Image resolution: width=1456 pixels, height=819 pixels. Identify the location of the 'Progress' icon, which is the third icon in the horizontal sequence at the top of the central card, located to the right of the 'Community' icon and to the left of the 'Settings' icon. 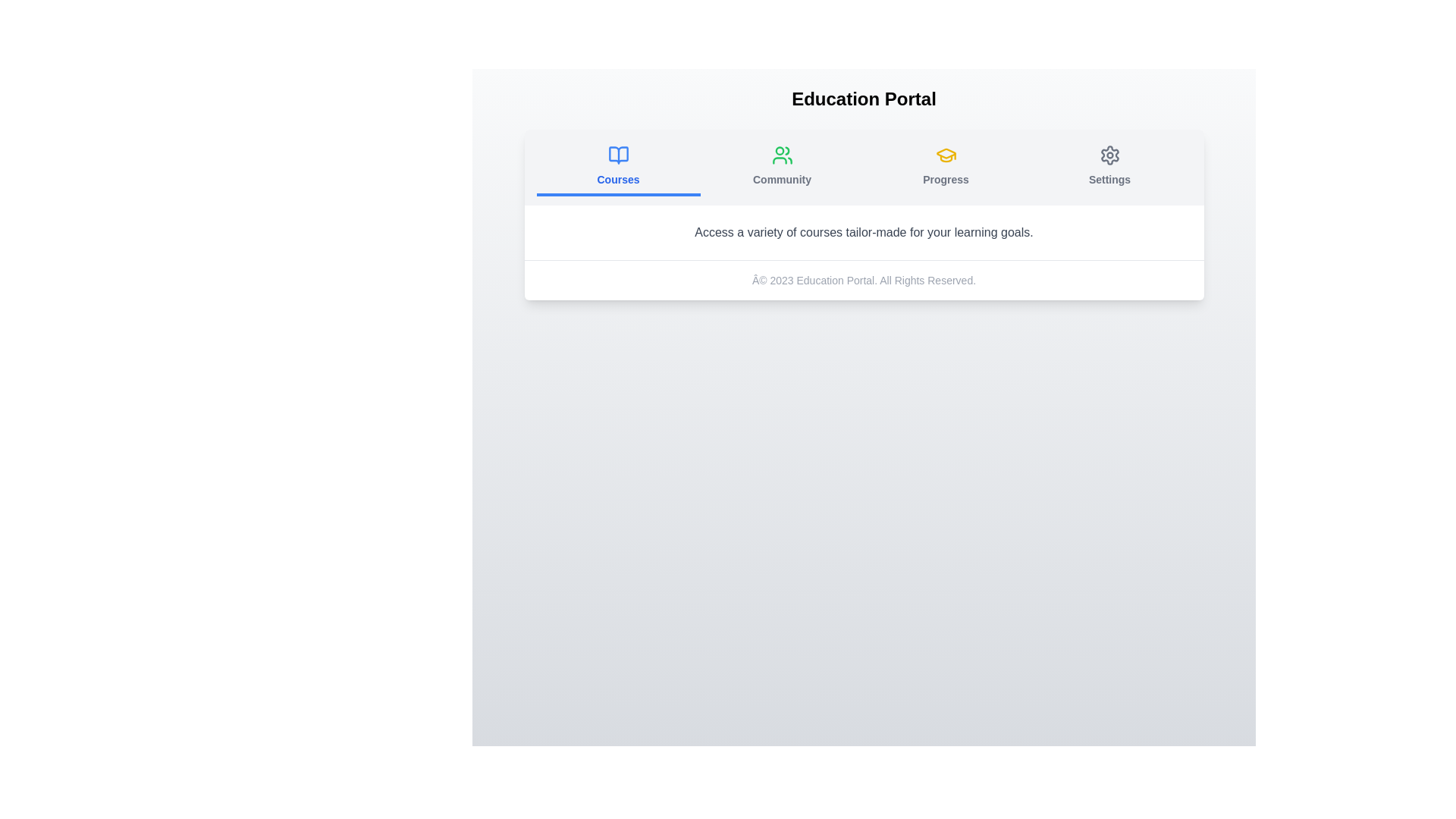
(945, 155).